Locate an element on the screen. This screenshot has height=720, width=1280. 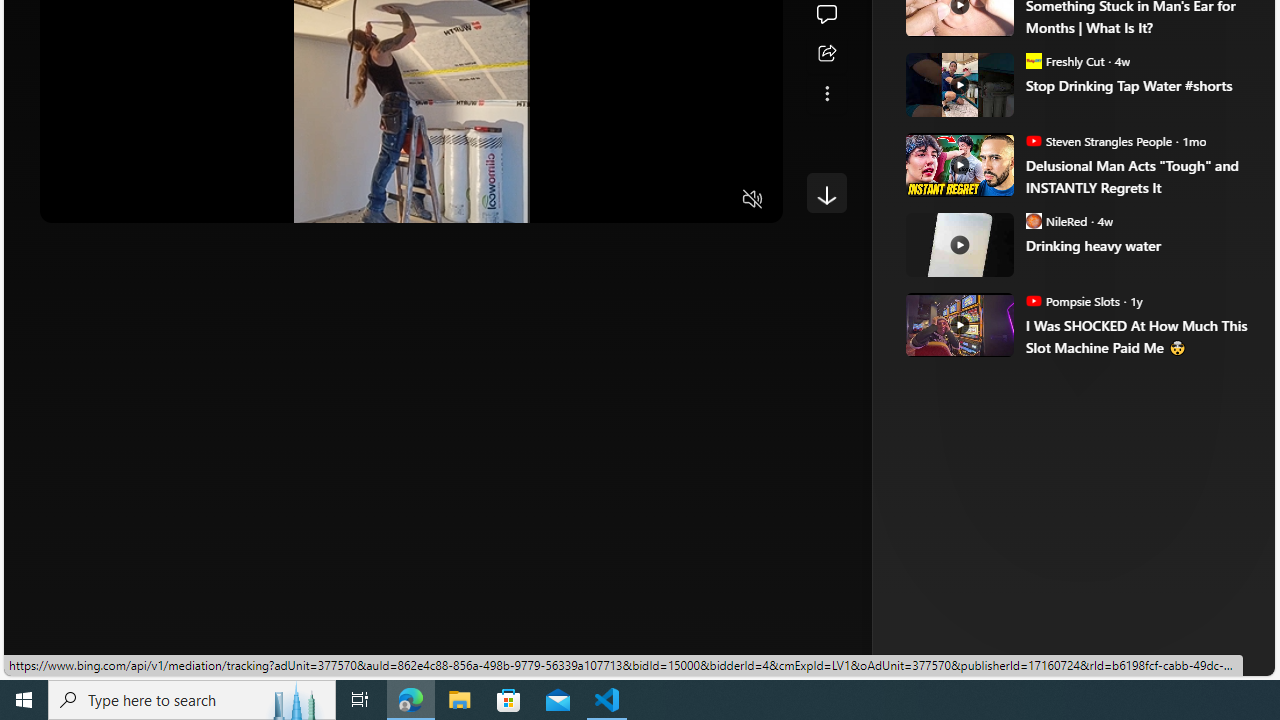
'Fullscreen' is located at coordinates (714, 200).